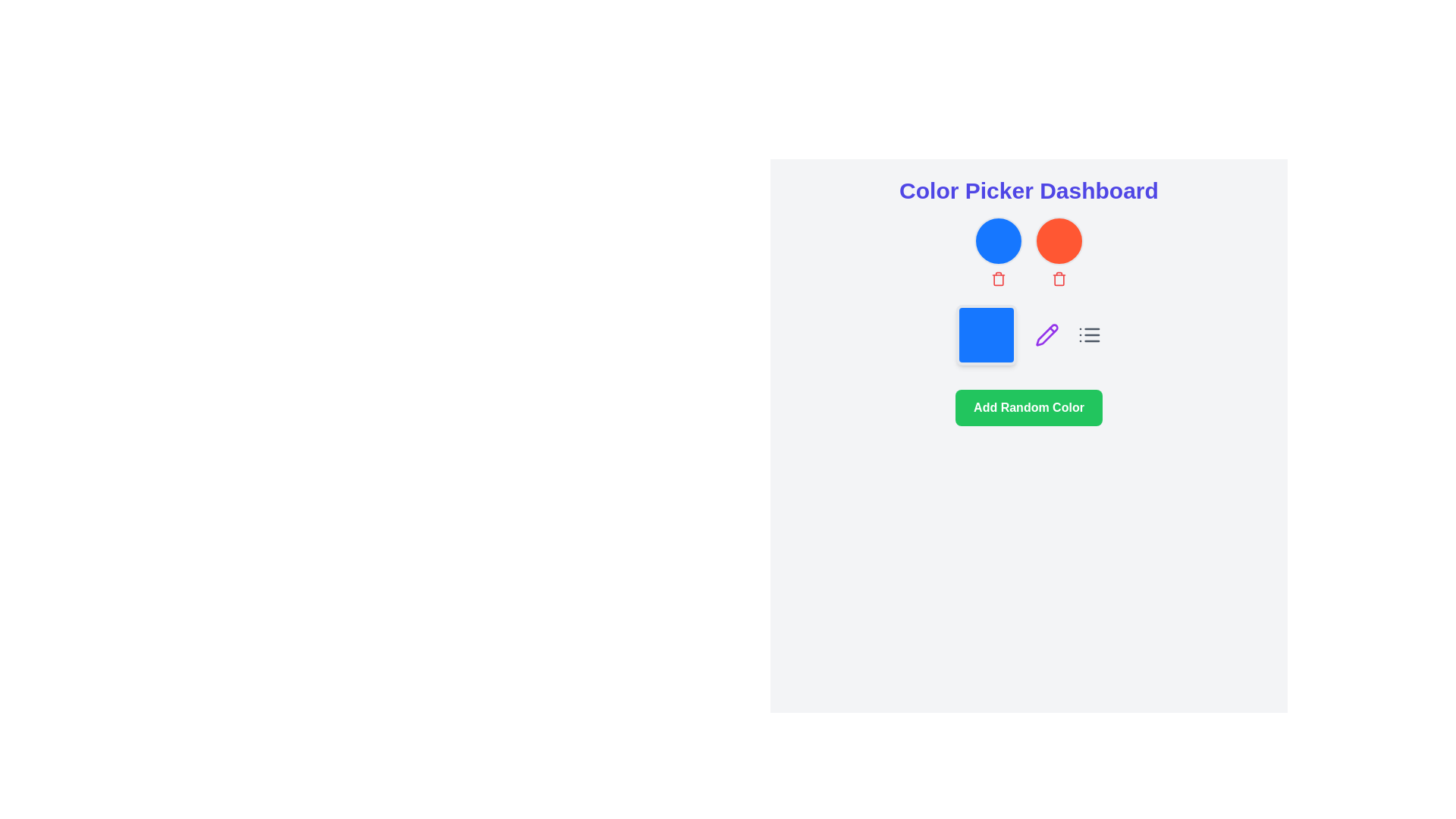 This screenshot has width=1456, height=819. I want to click on the Composite UI component featuring a circular orange display and a red trash can icon, located in the second column of the top row, so click(1058, 250).